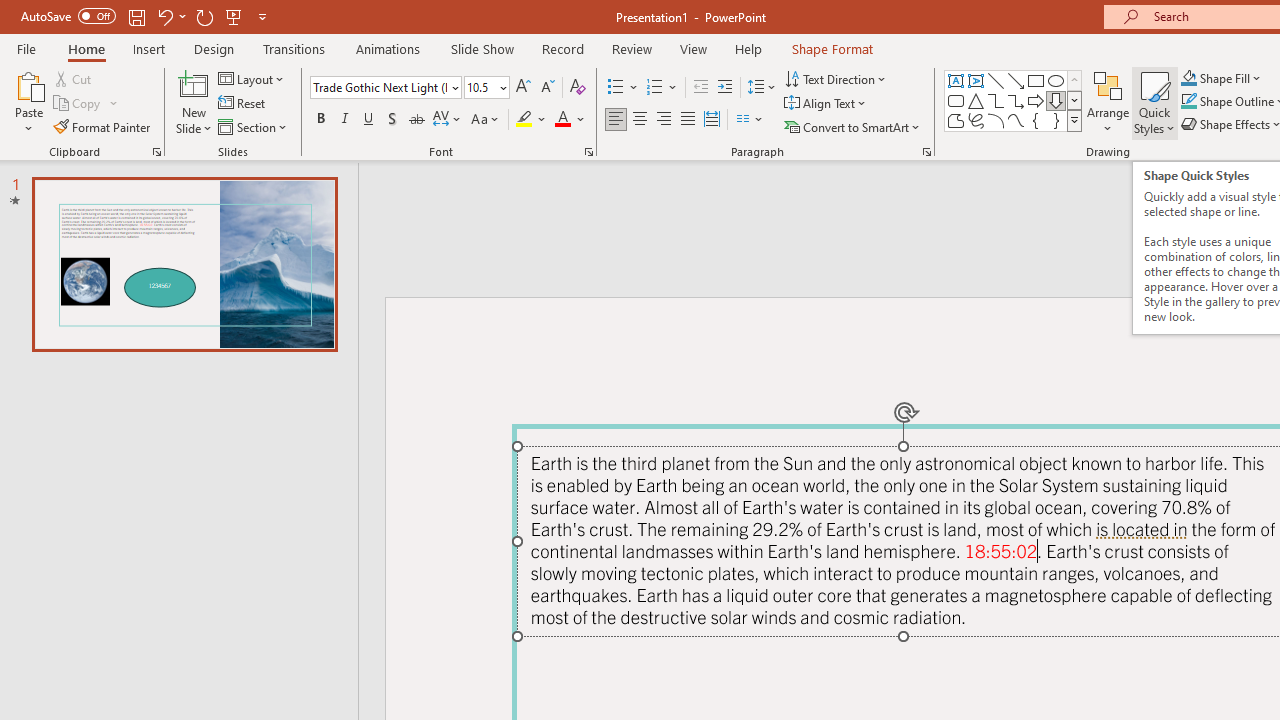 The width and height of the screenshot is (1280, 720). Describe the element at coordinates (976, 120) in the screenshot. I see `'Freeform: Scribble'` at that location.